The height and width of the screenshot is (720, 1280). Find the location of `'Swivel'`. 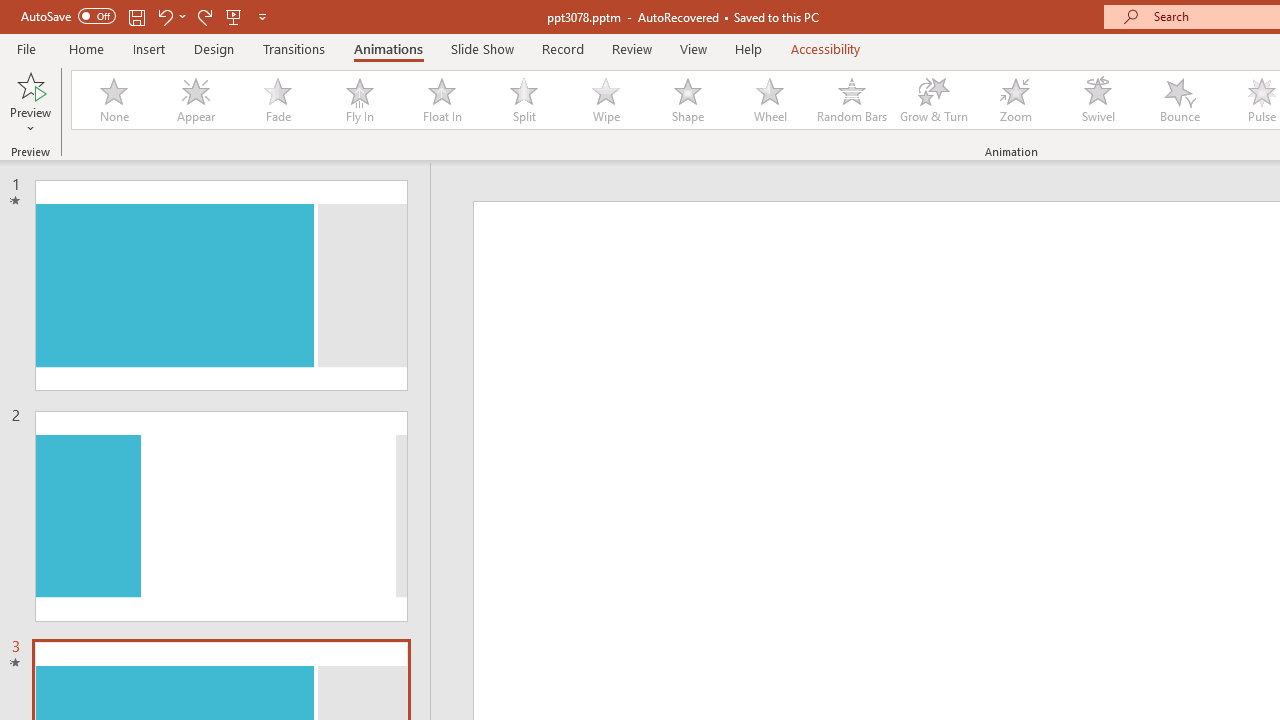

'Swivel' is located at coordinates (1097, 100).